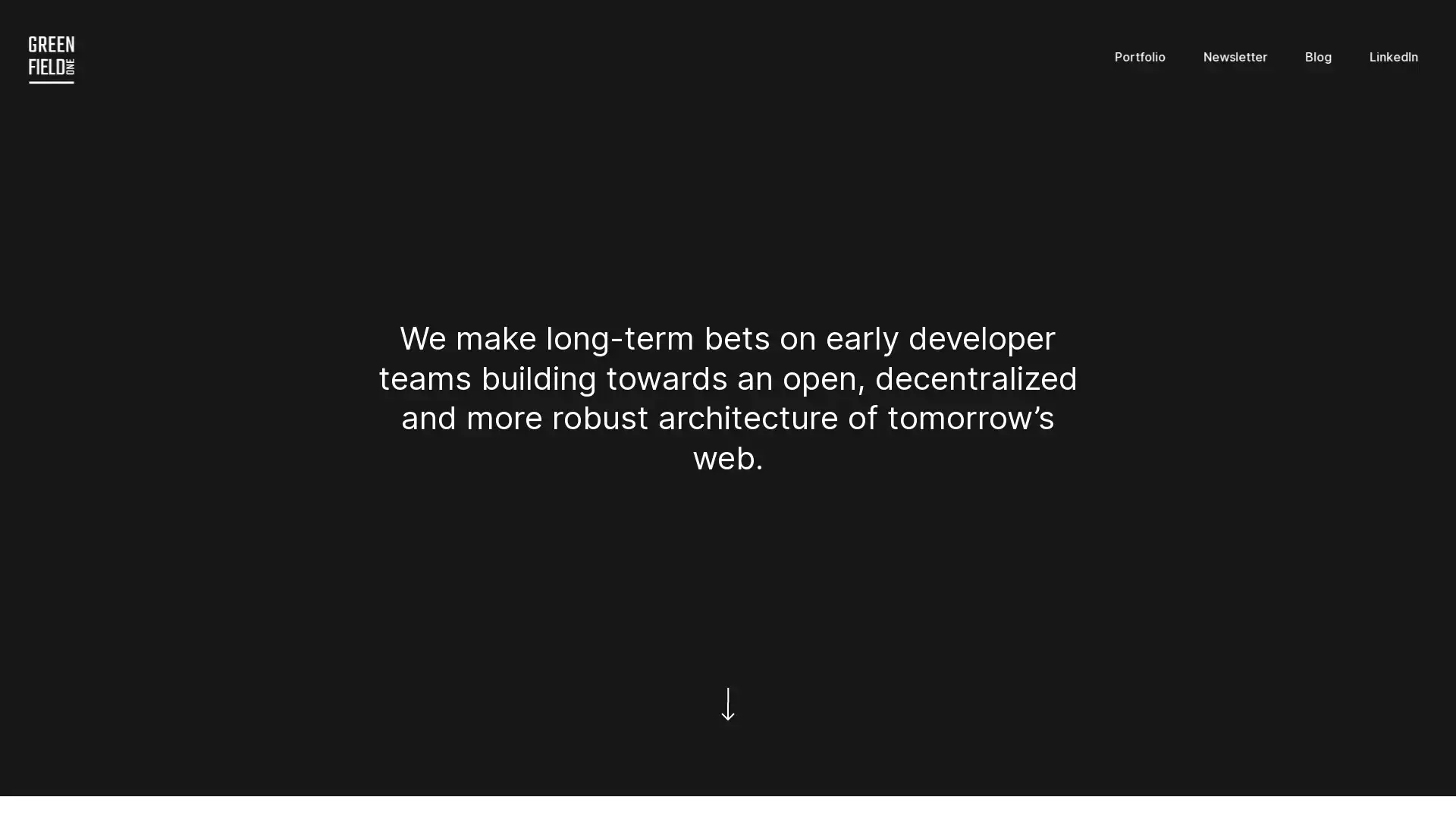 The image size is (1456, 819). I want to click on Scroll down, so click(726, 704).